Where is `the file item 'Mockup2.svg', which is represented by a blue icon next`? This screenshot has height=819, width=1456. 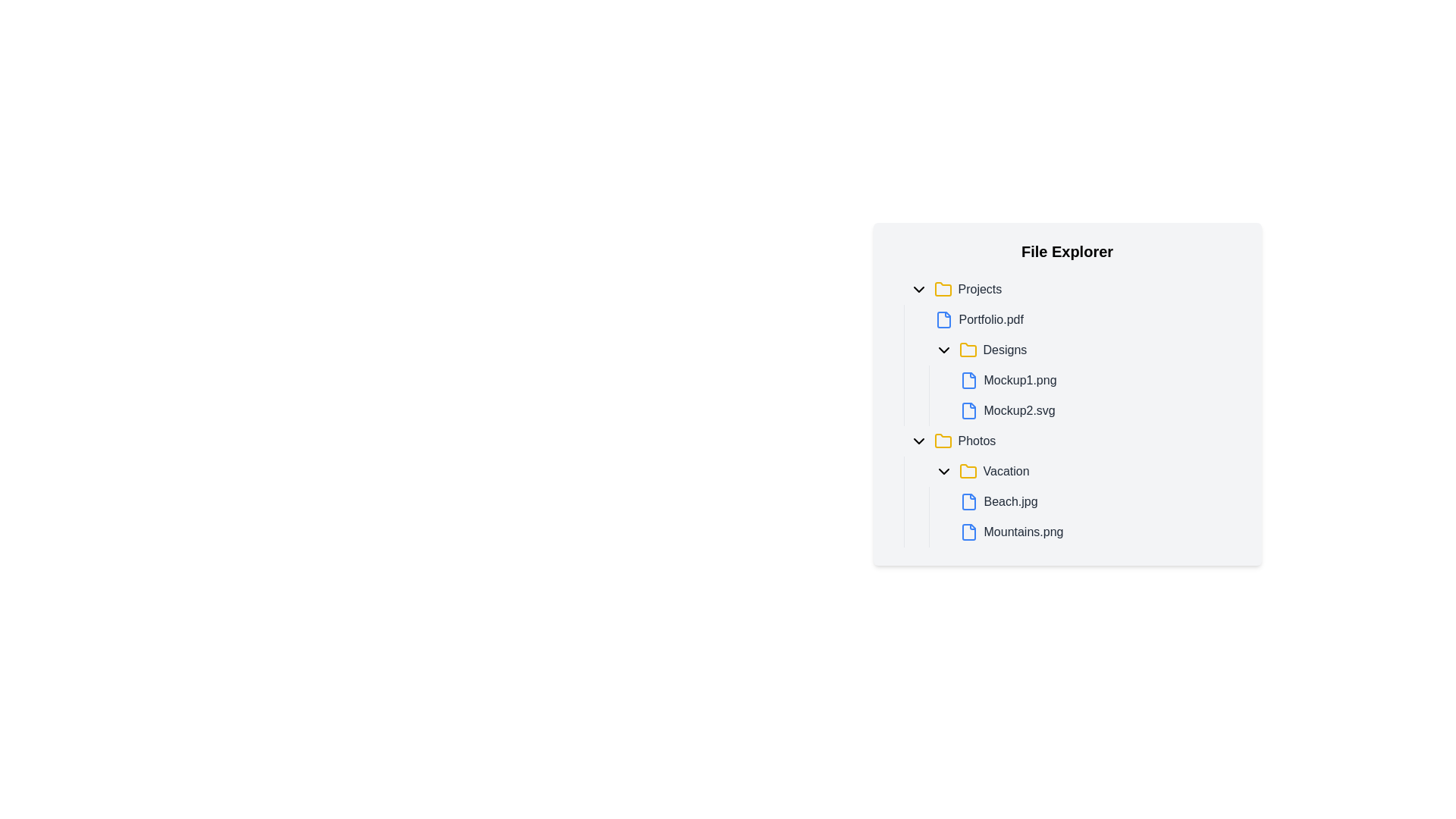 the file item 'Mockup2.svg', which is represented by a blue icon next is located at coordinates (1098, 411).